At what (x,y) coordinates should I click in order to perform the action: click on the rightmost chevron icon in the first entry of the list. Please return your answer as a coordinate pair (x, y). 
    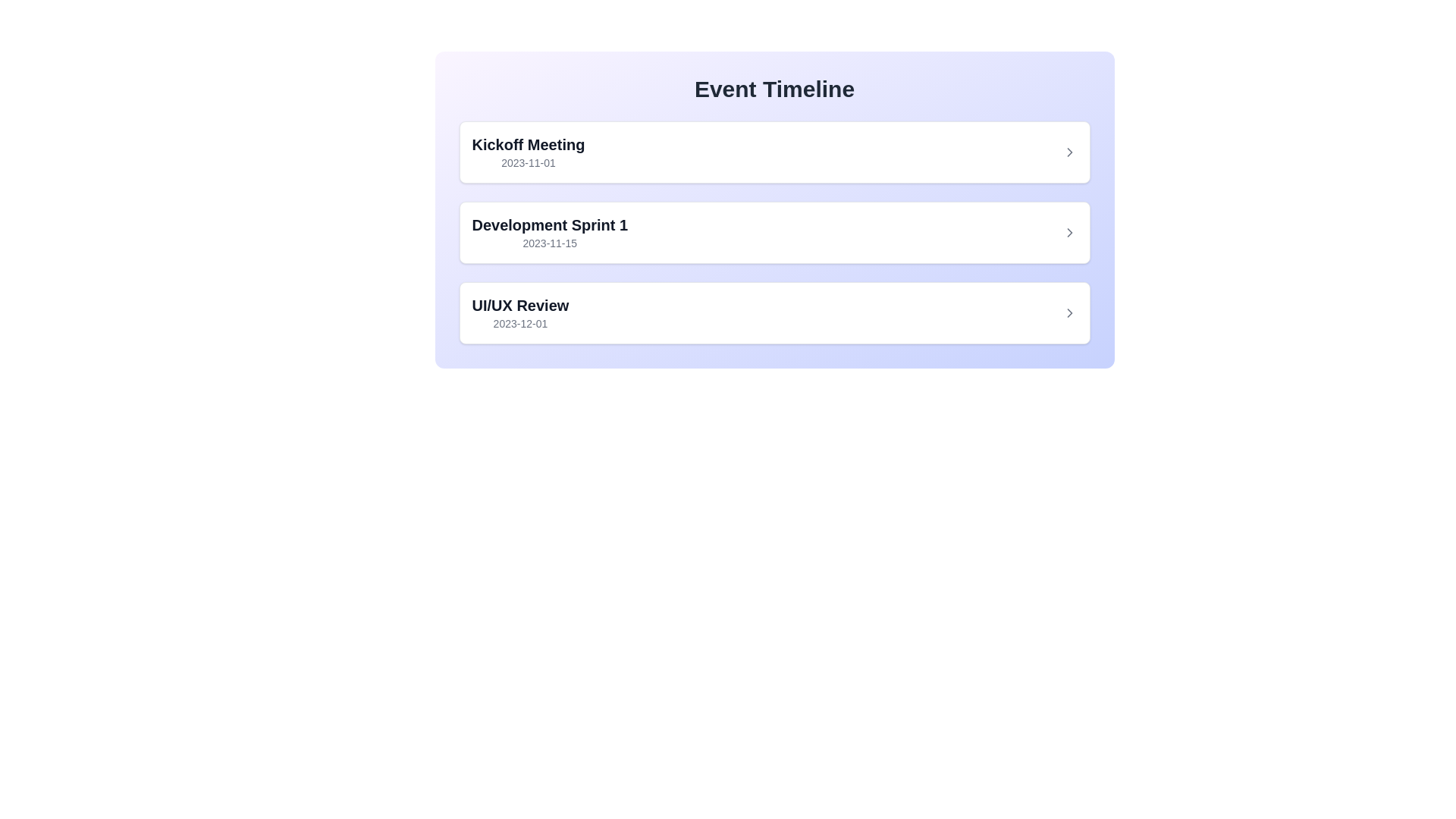
    Looking at the image, I should click on (1068, 152).